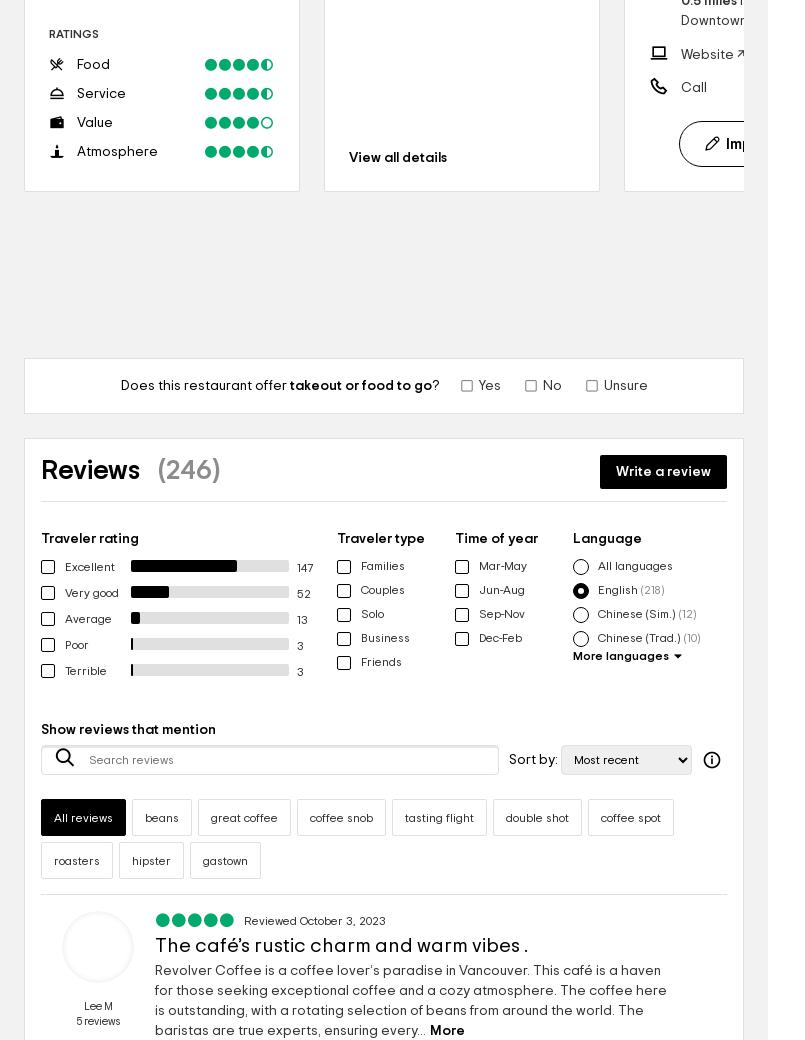  I want to click on 'Show reviews that mention', so click(128, 729).